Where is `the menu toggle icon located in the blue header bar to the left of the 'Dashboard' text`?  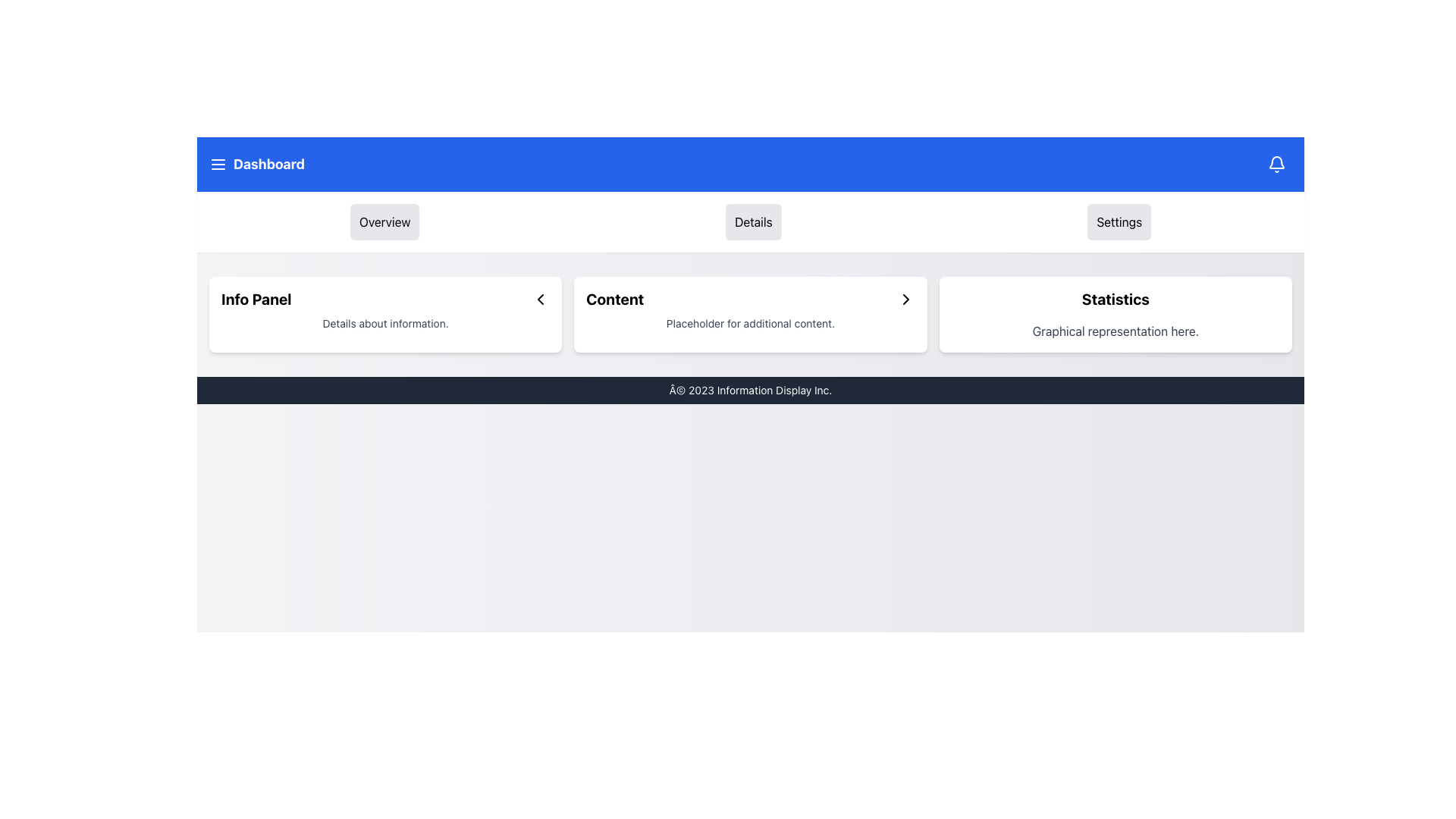
the menu toggle icon located in the blue header bar to the left of the 'Dashboard' text is located at coordinates (218, 164).